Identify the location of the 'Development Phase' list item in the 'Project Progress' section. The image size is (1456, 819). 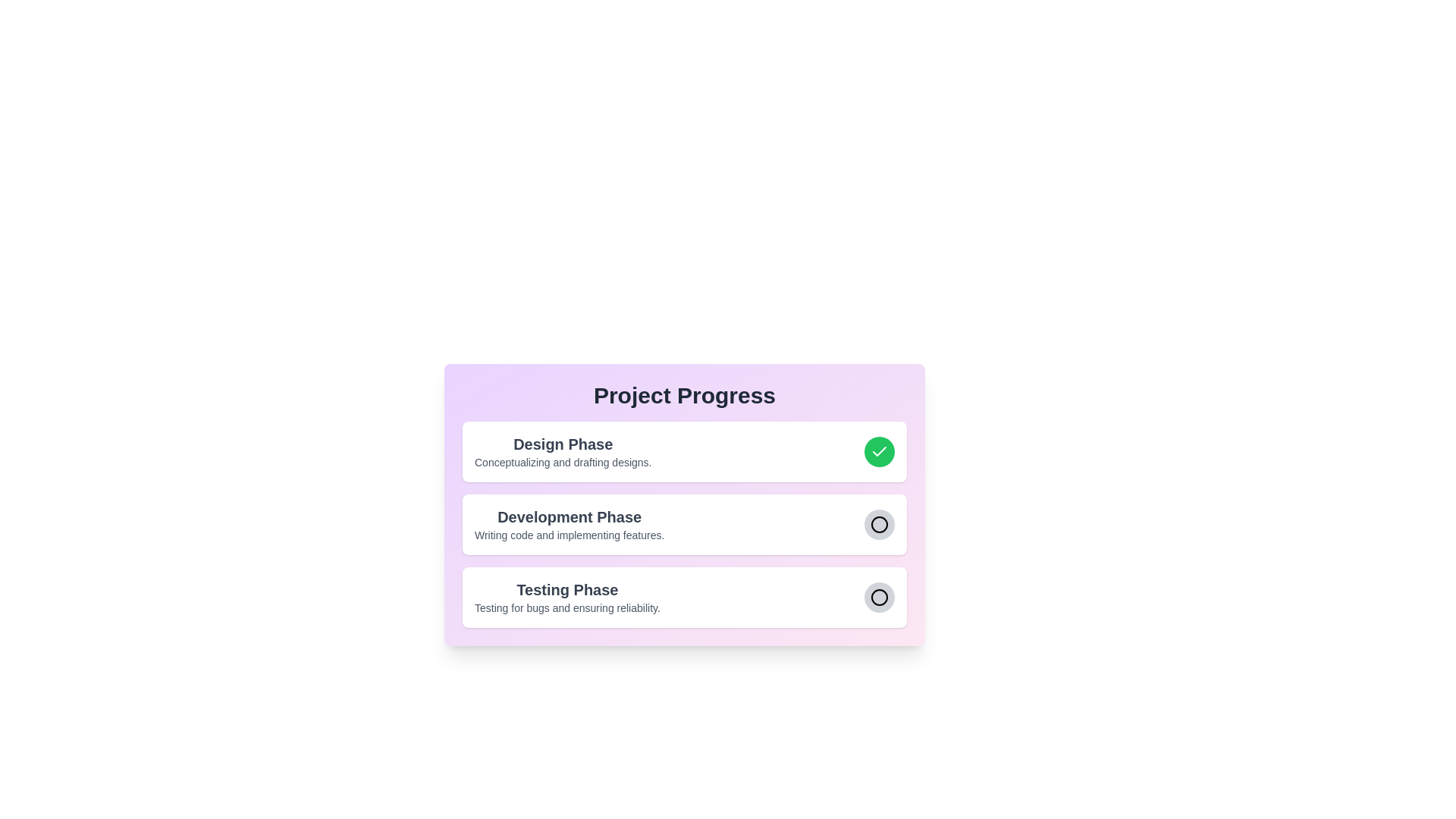
(683, 523).